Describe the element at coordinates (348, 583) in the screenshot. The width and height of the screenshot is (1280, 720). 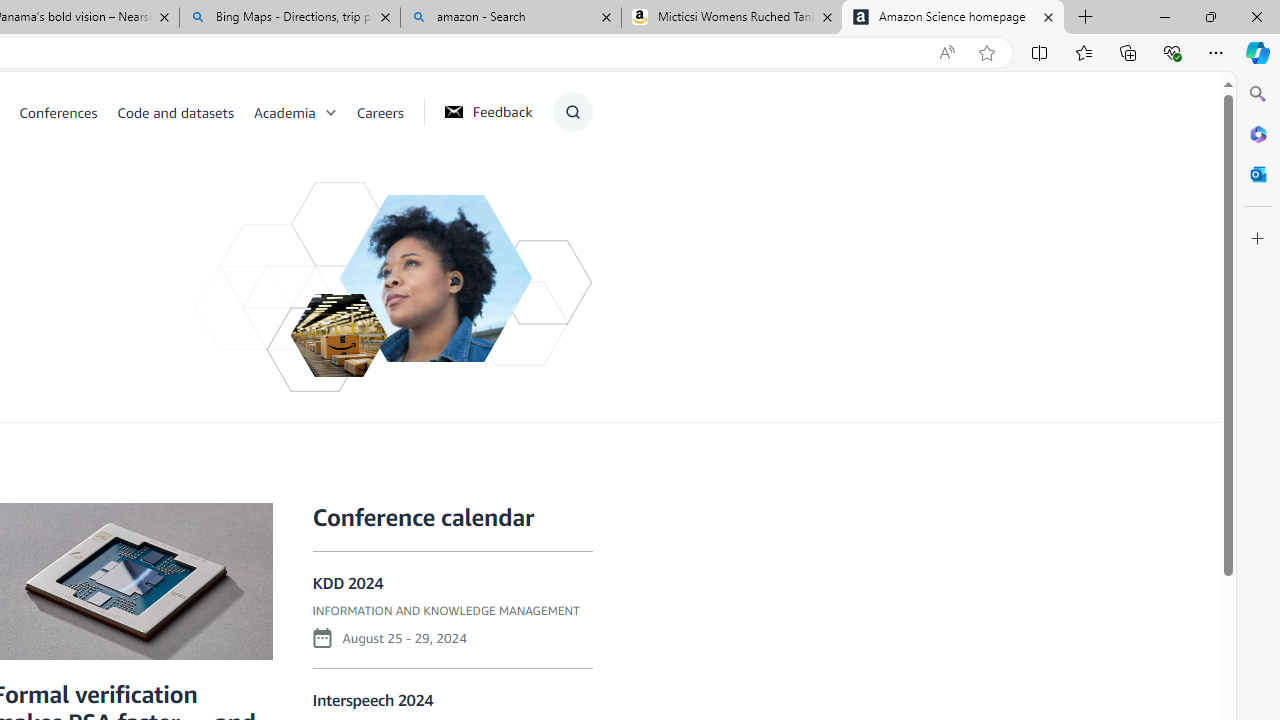
I see `'KDD 2024'` at that location.